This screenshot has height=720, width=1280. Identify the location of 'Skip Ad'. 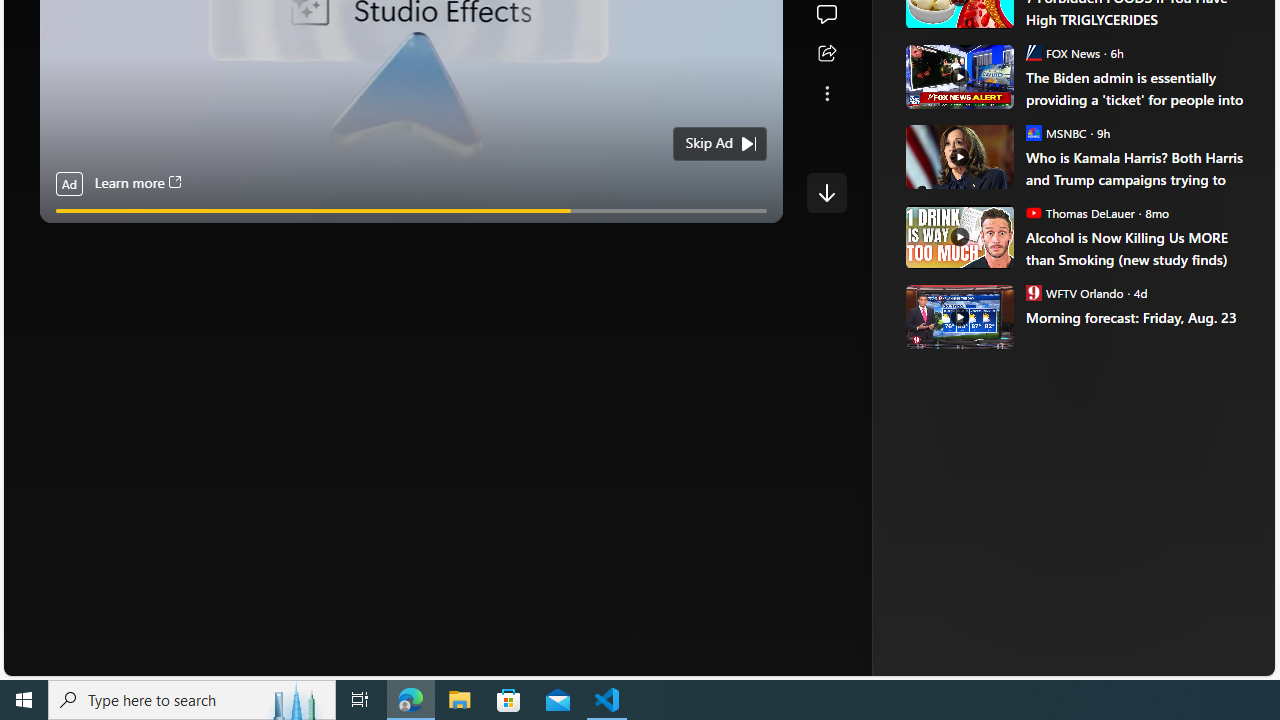
(709, 142).